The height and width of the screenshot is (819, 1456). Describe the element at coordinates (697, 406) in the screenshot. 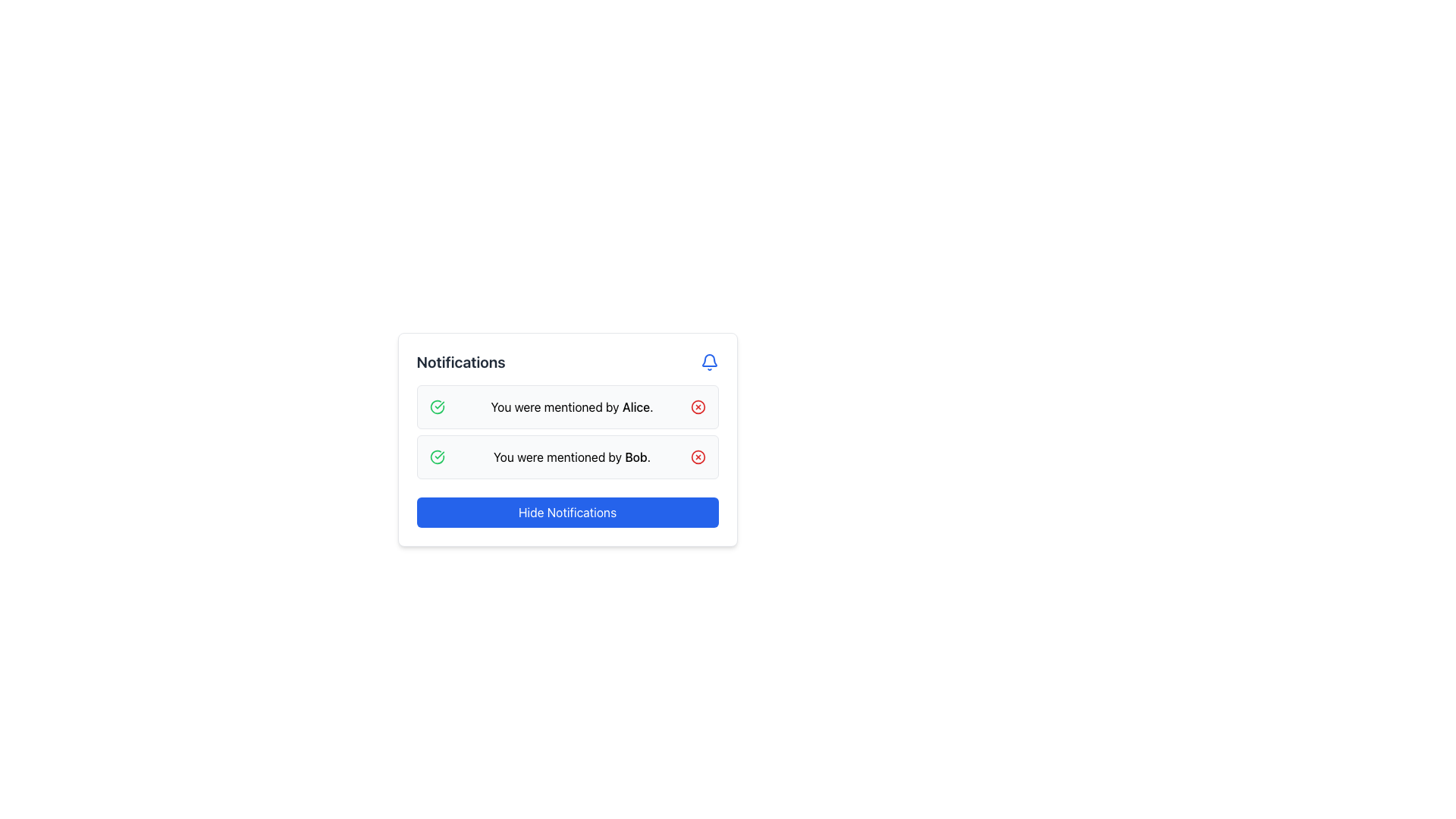

I see `the dismiss button on the notification mentioning 'You were mentioned by Alice.'` at that location.